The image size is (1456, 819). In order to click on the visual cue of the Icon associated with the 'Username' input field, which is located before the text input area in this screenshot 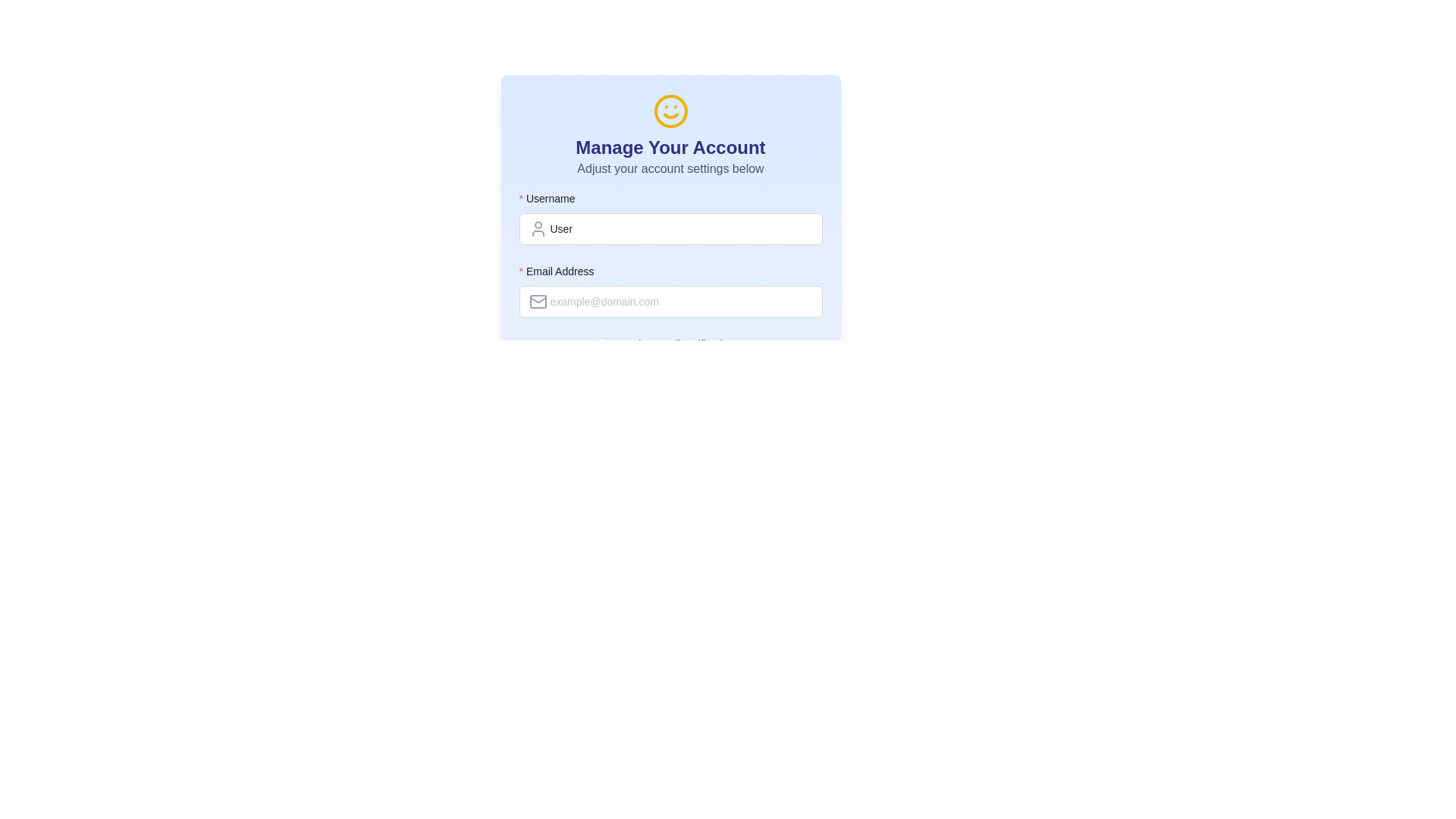, I will do `click(538, 228)`.